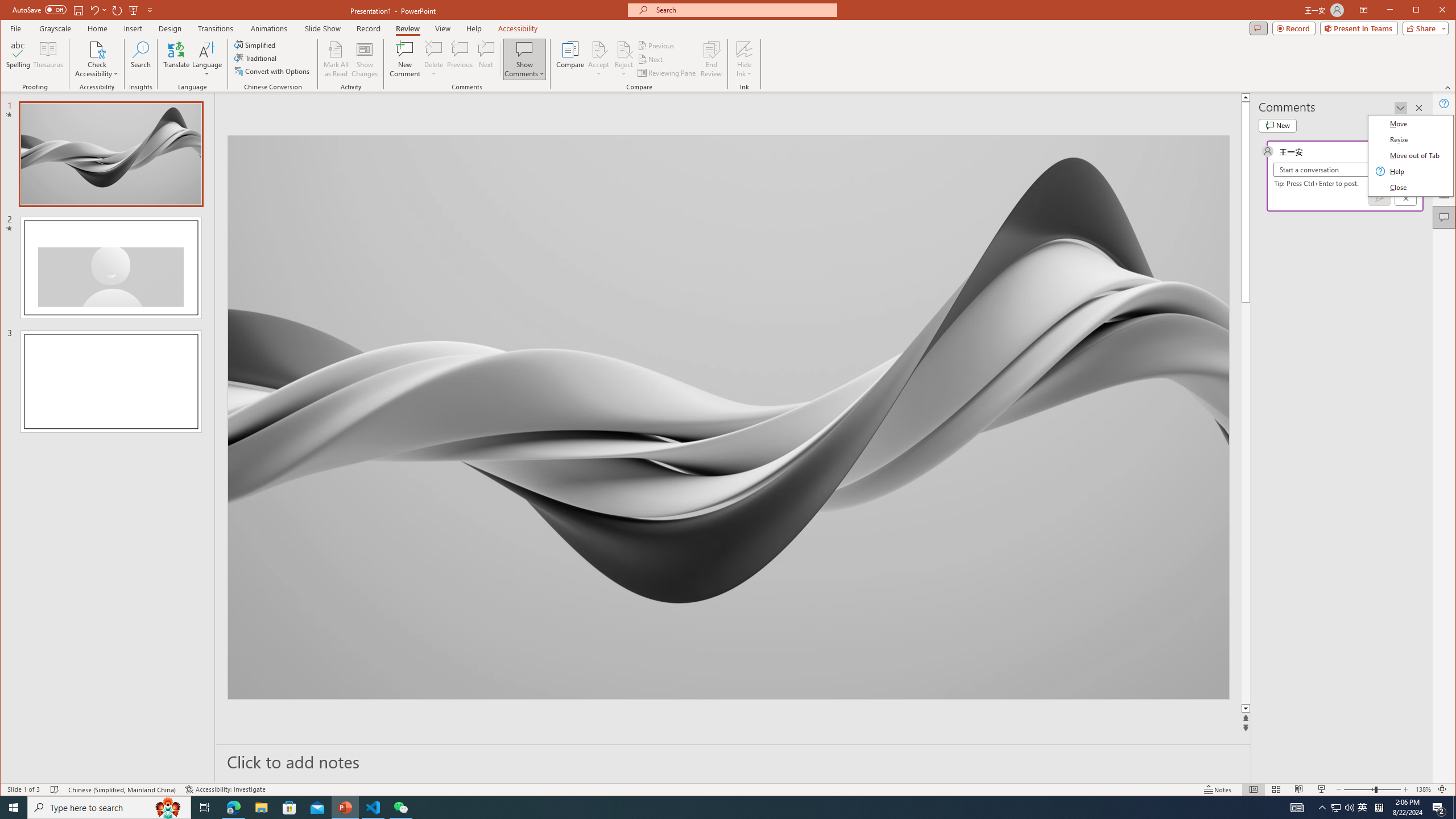 The width and height of the screenshot is (1456, 819). Describe the element at coordinates (204, 806) in the screenshot. I see `'Task View'` at that location.